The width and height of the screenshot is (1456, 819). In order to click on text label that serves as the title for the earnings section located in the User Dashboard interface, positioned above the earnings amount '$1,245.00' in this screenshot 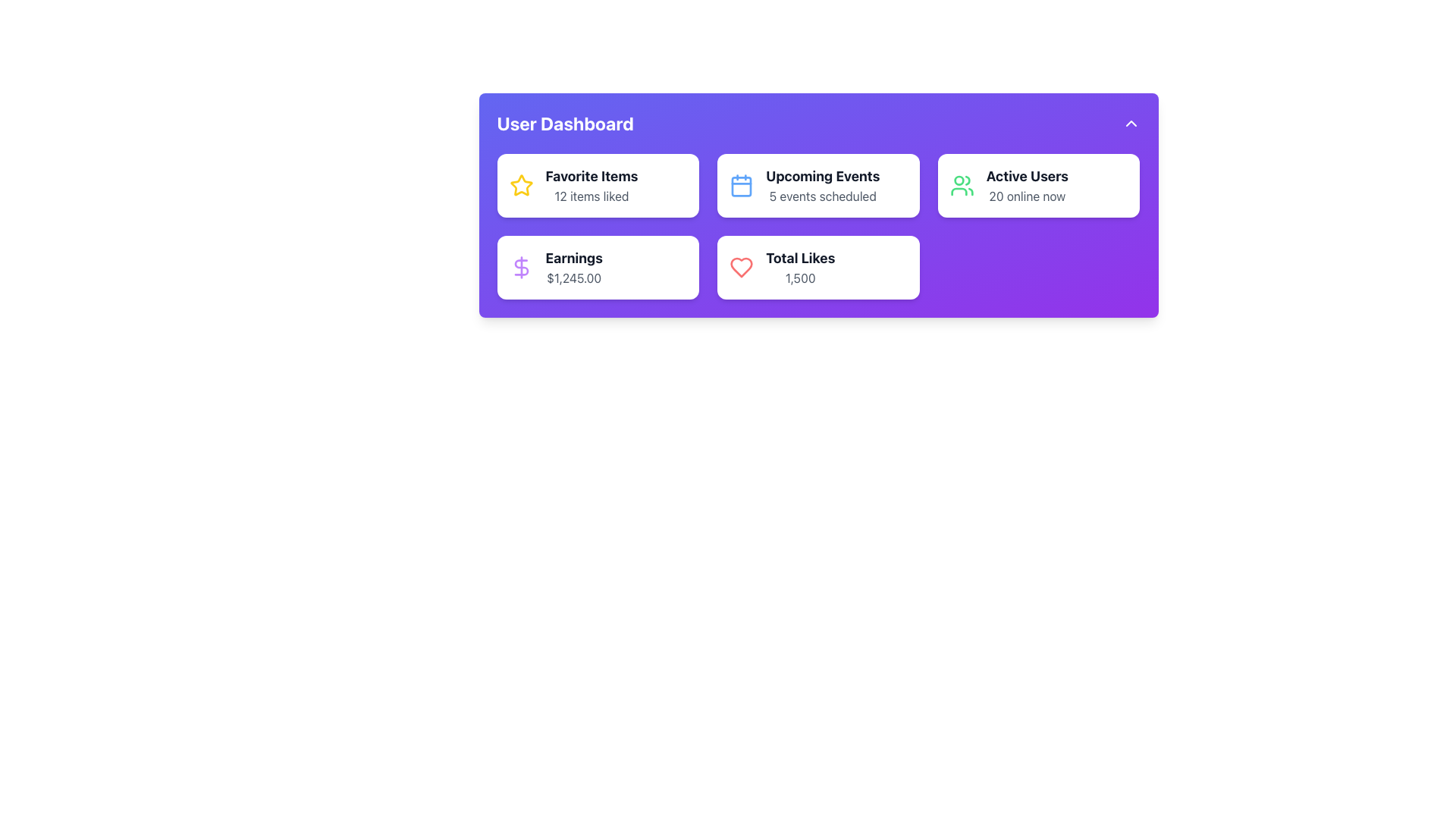, I will do `click(573, 257)`.